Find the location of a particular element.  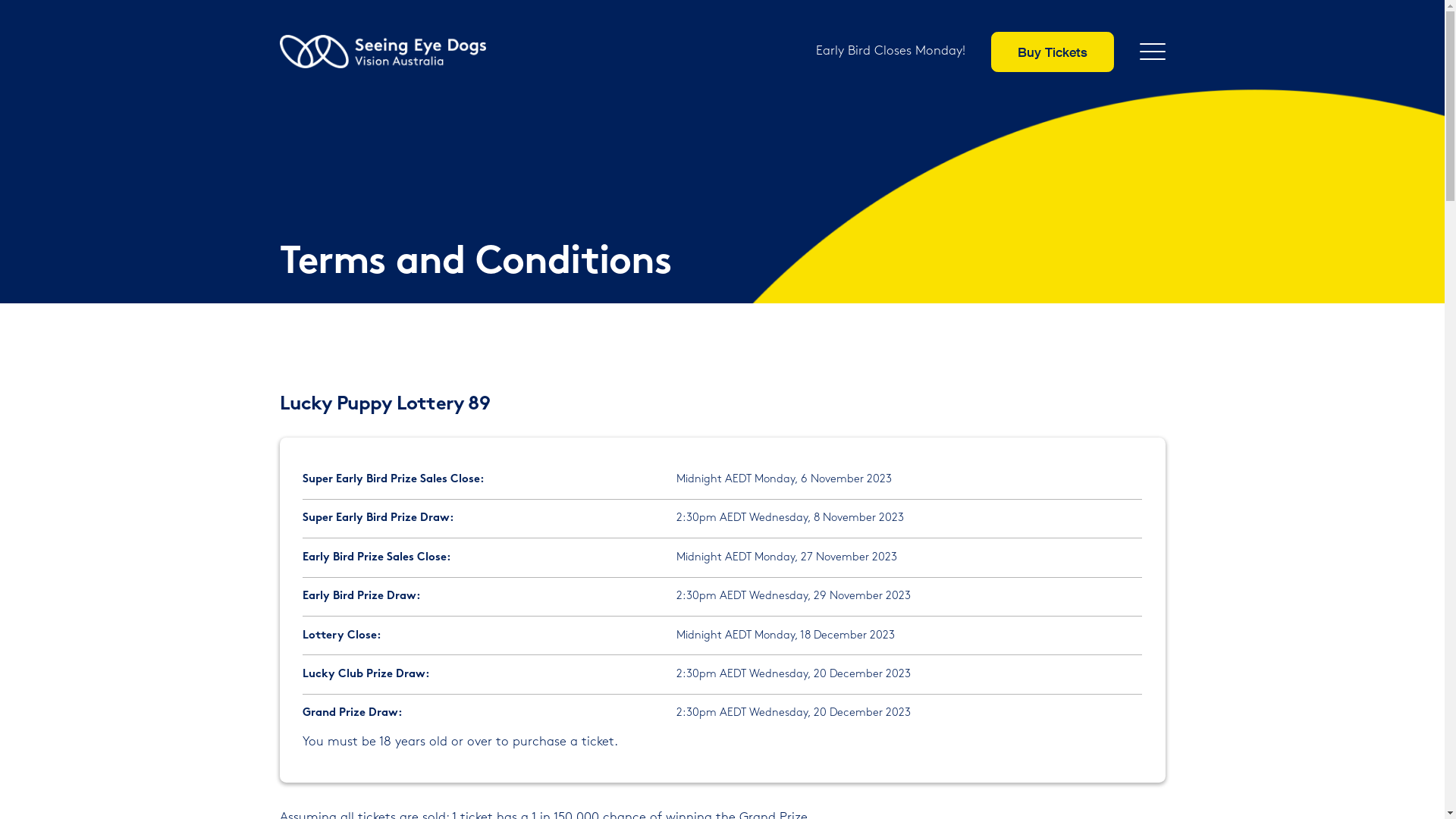

'Buy Tickets' is located at coordinates (1051, 51).